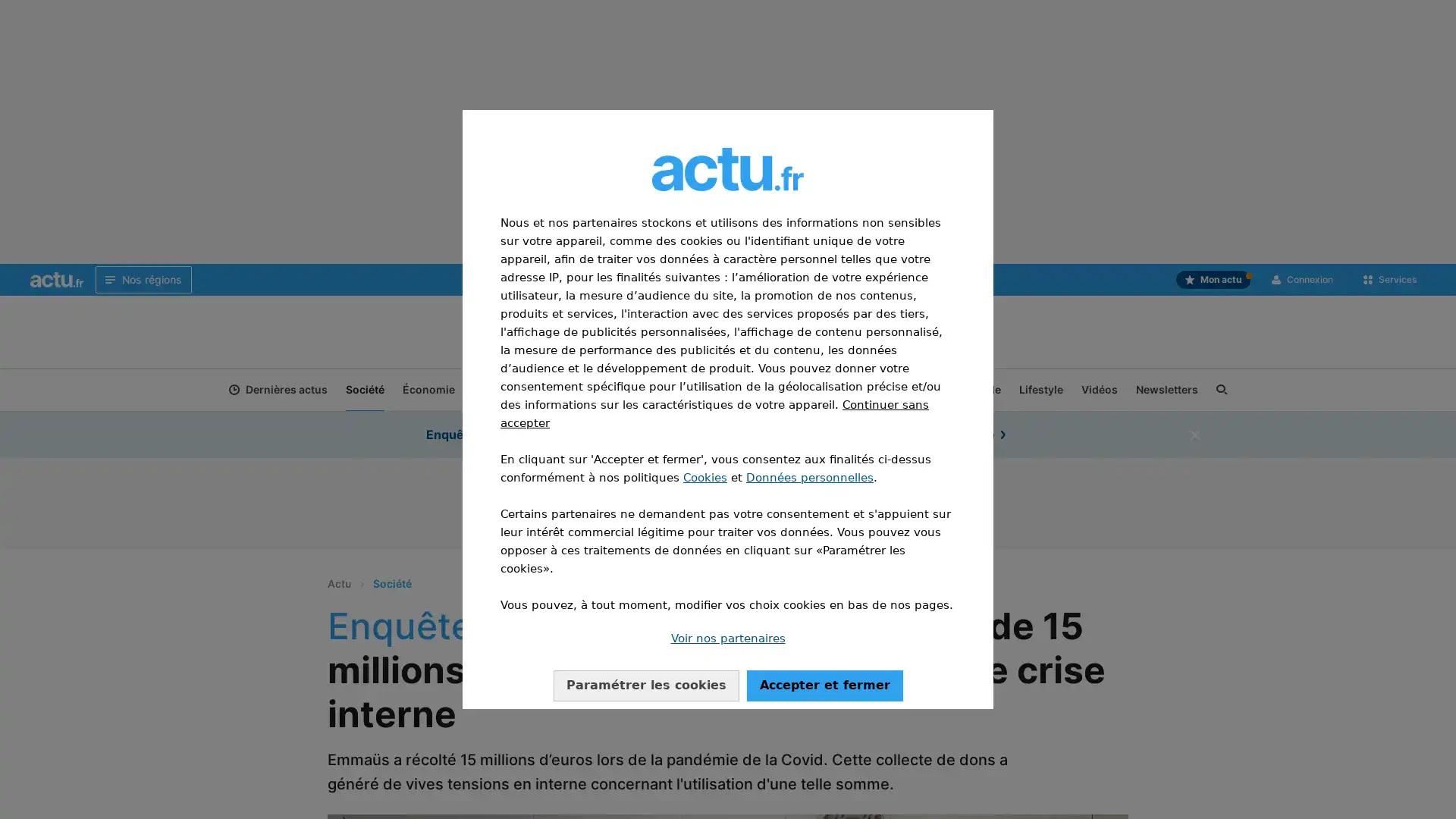 This screenshot has height=819, width=1456. What do you see at coordinates (1194, 435) in the screenshot?
I see `fermer` at bounding box center [1194, 435].